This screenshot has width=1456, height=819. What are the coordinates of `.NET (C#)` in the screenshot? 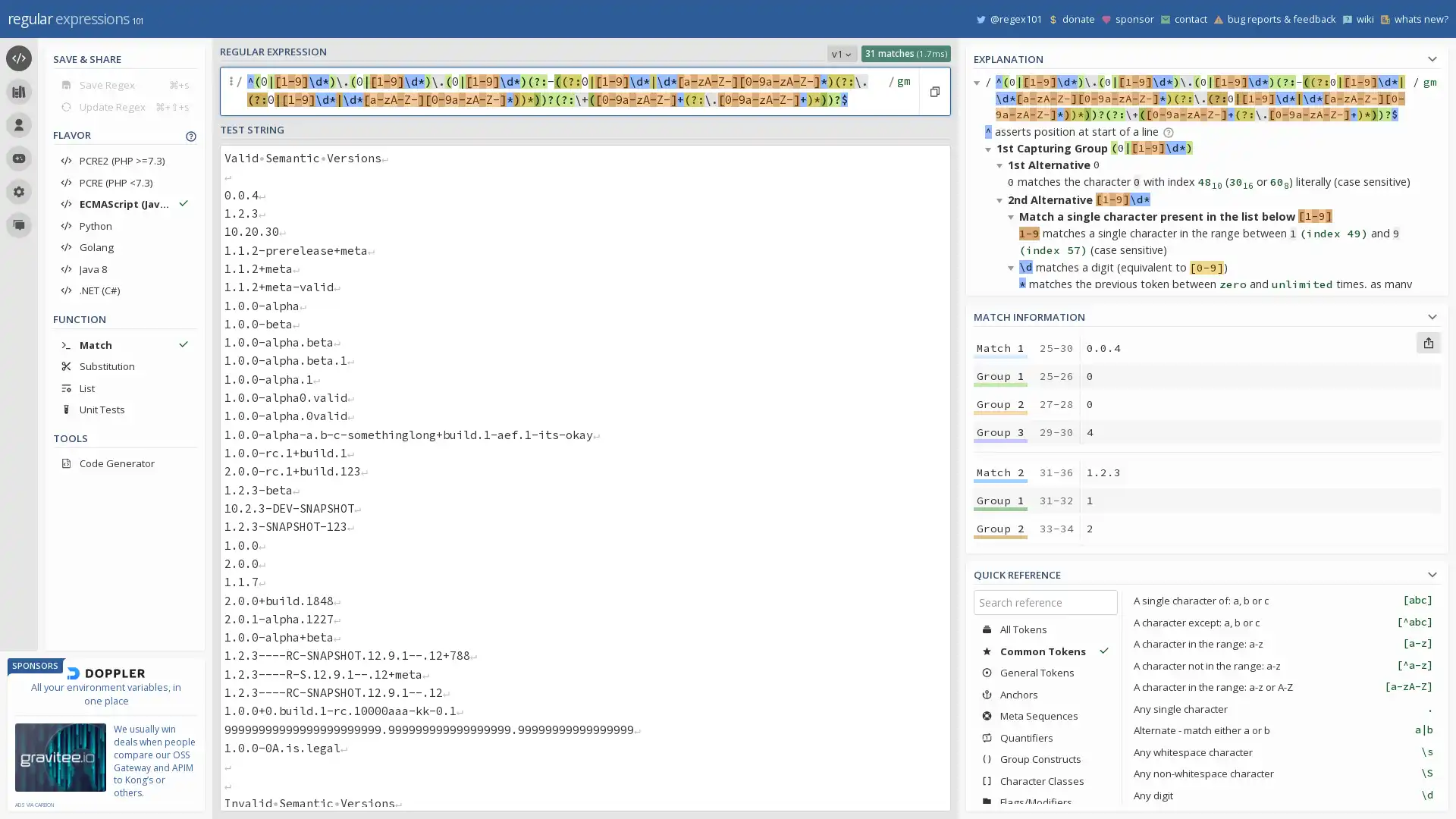 It's located at (124, 290).